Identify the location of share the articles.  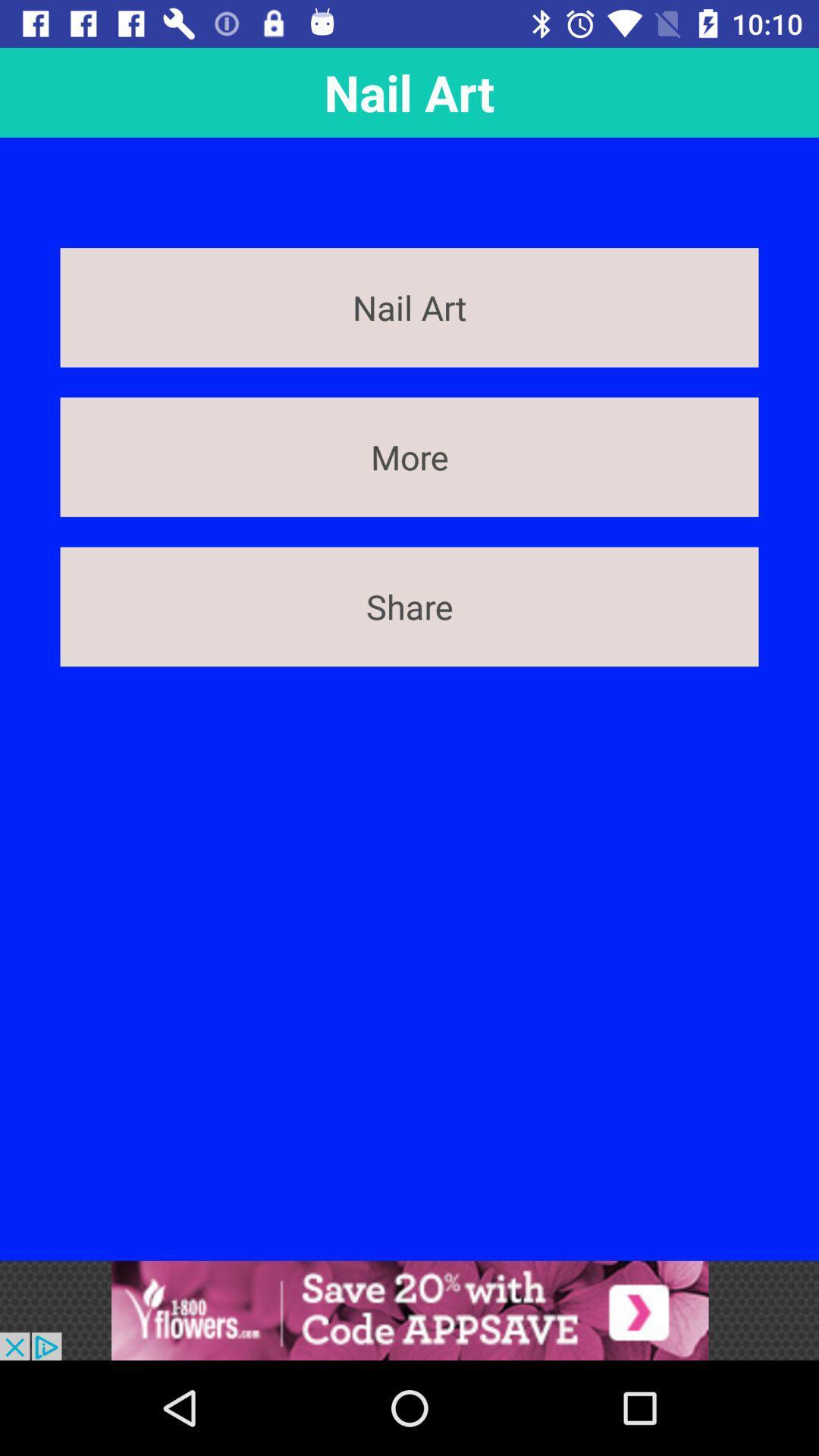
(409, 1310).